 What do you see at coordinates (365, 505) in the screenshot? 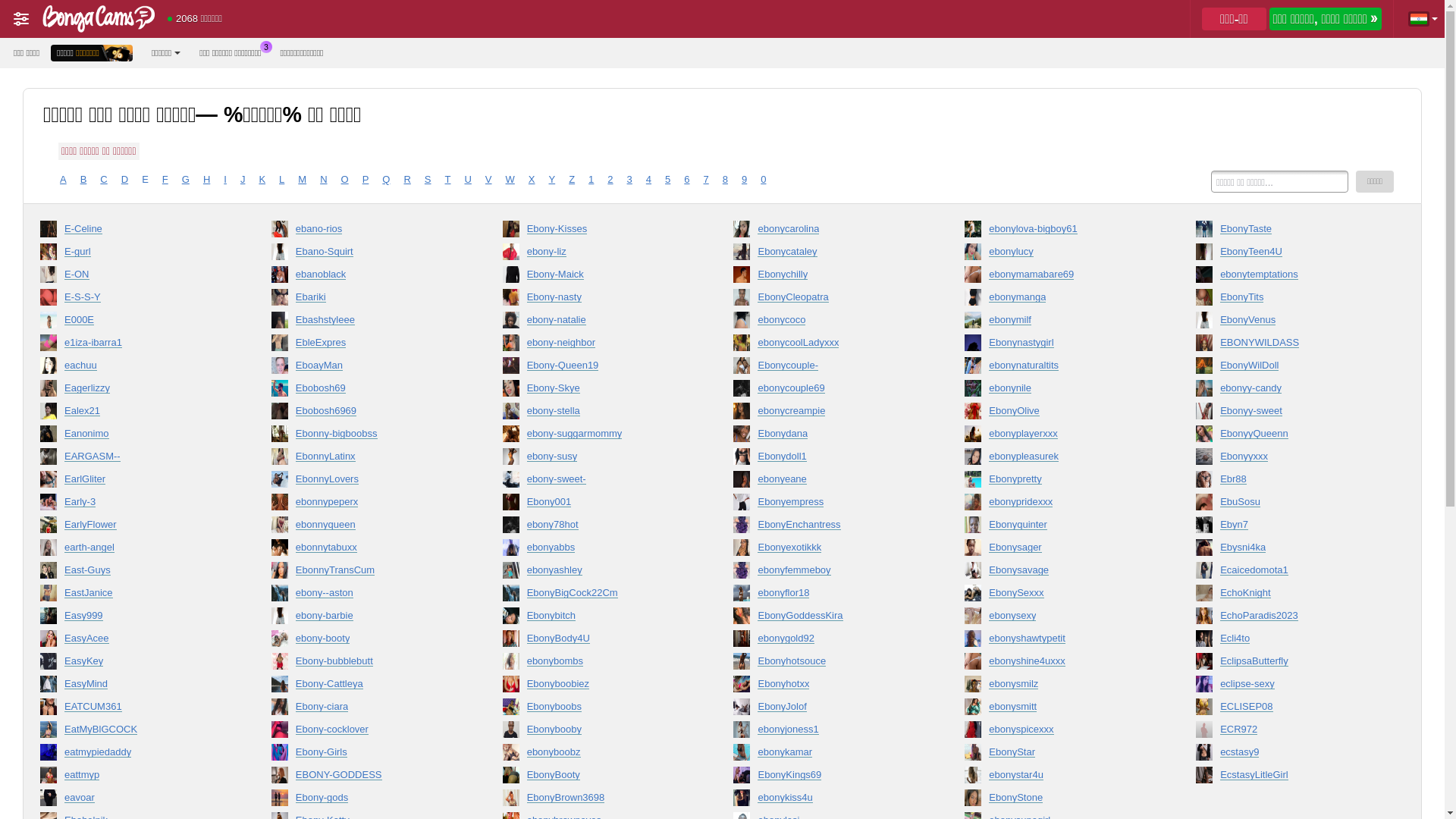
I see `'ebonnypeperx'` at bounding box center [365, 505].